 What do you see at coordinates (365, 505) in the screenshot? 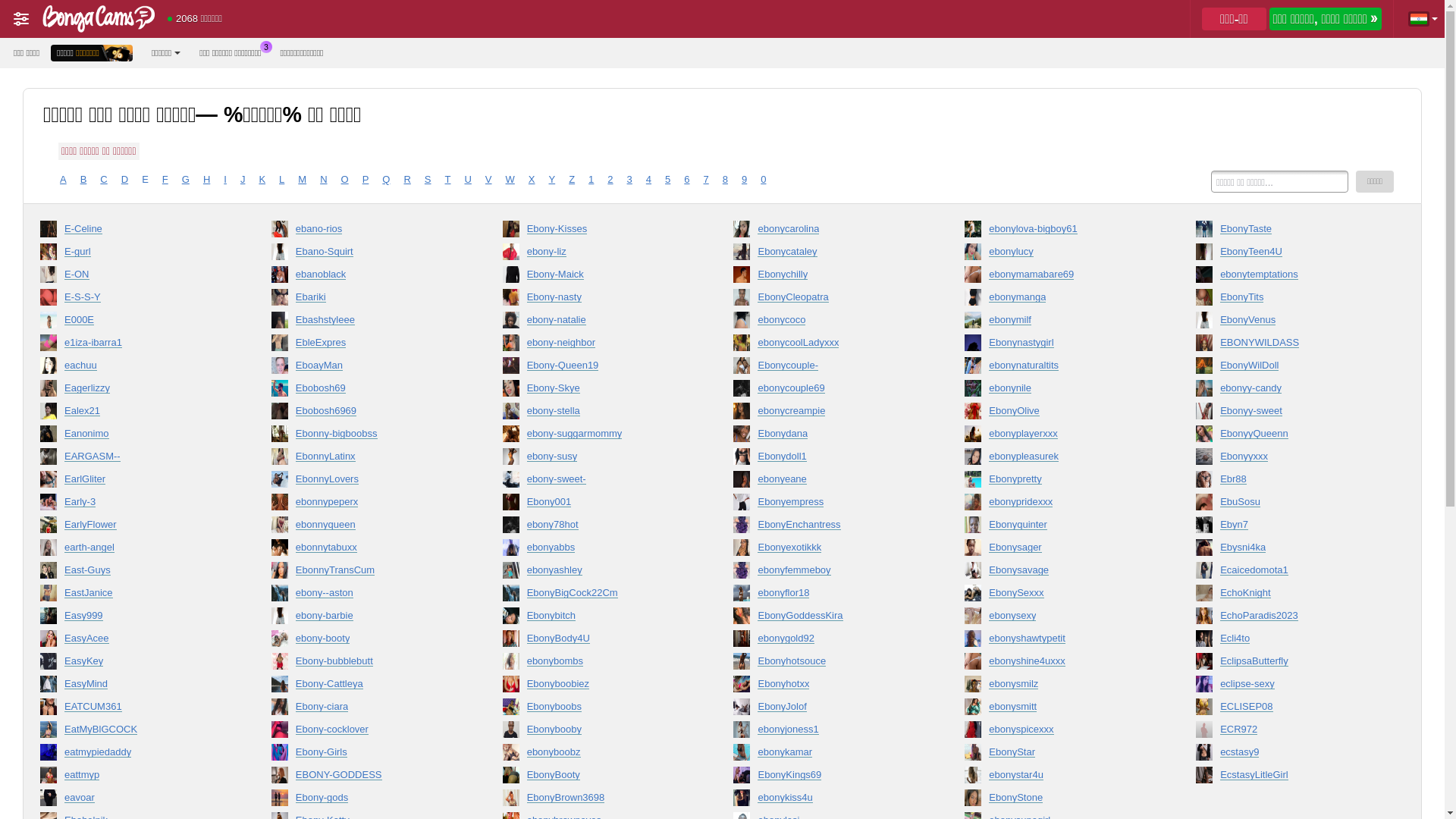
I see `'ebonnypeperx'` at bounding box center [365, 505].